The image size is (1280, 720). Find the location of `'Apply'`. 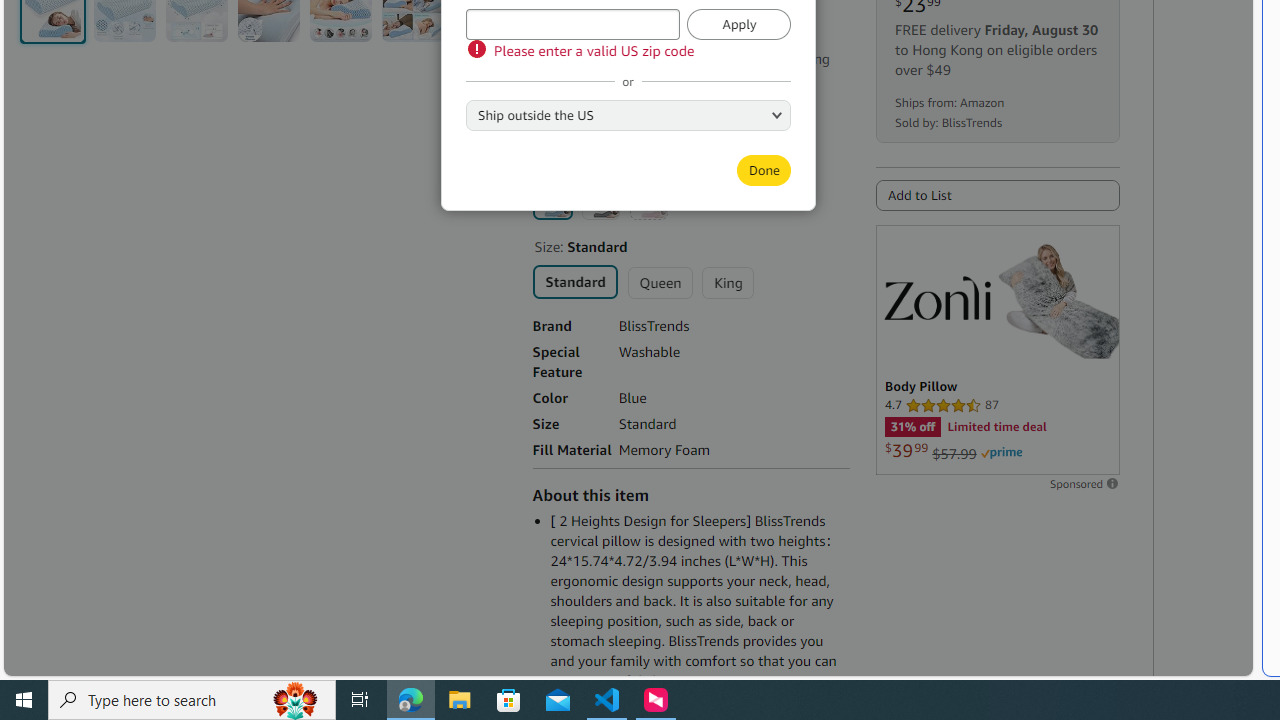

'Apply' is located at coordinates (738, 24).